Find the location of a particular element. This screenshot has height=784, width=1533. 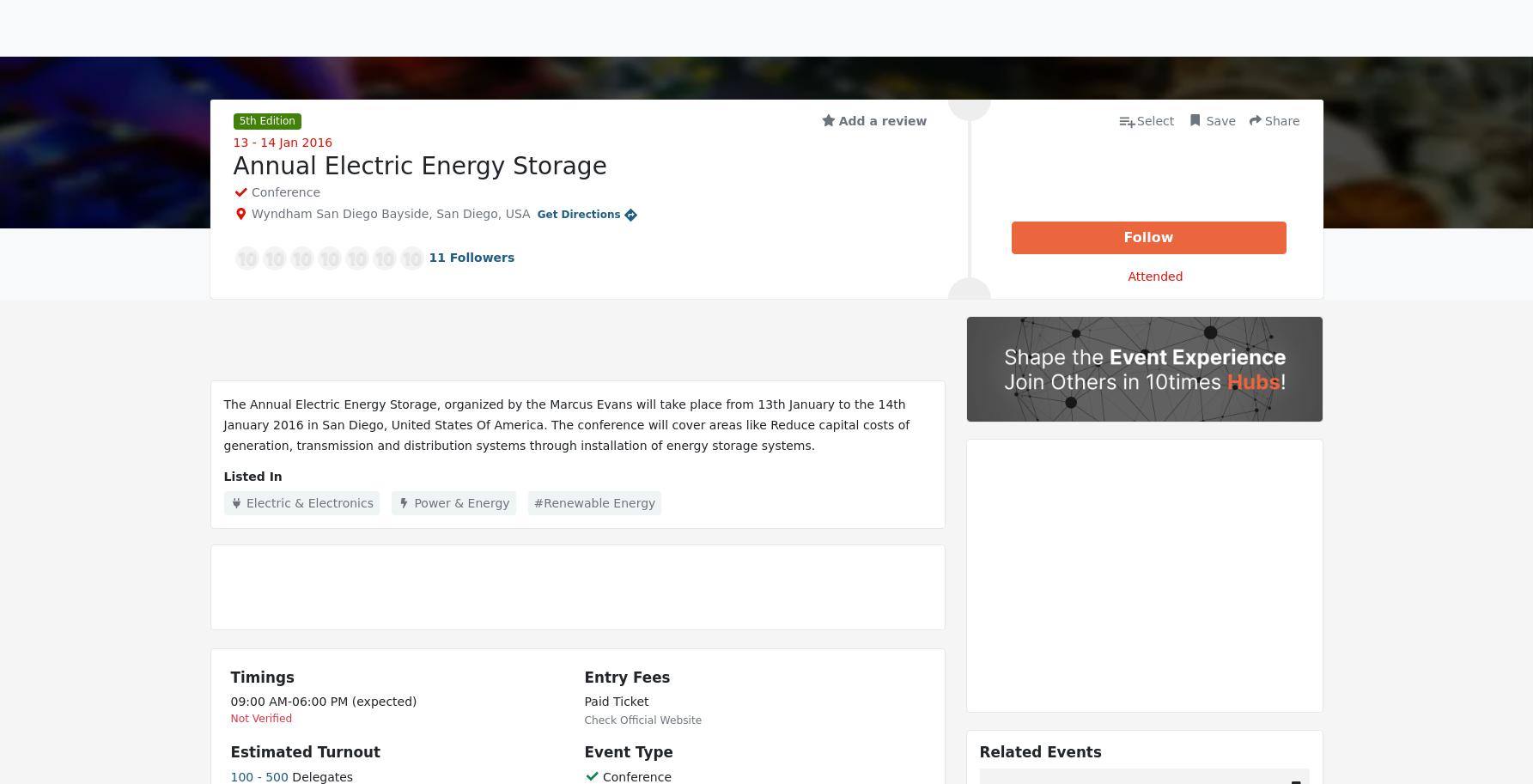

'Renewable Energy etc. are some of the products / services to be showcased in Annual Electric Energy Storage.' is located at coordinates (557, 480).